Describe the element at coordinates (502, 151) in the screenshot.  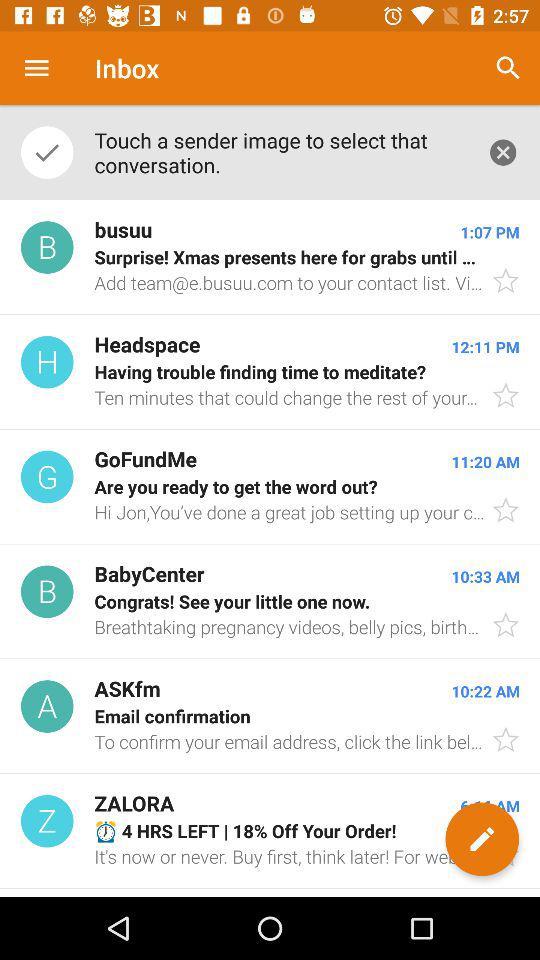
I see `the icon to the right of touch a sender icon` at that location.